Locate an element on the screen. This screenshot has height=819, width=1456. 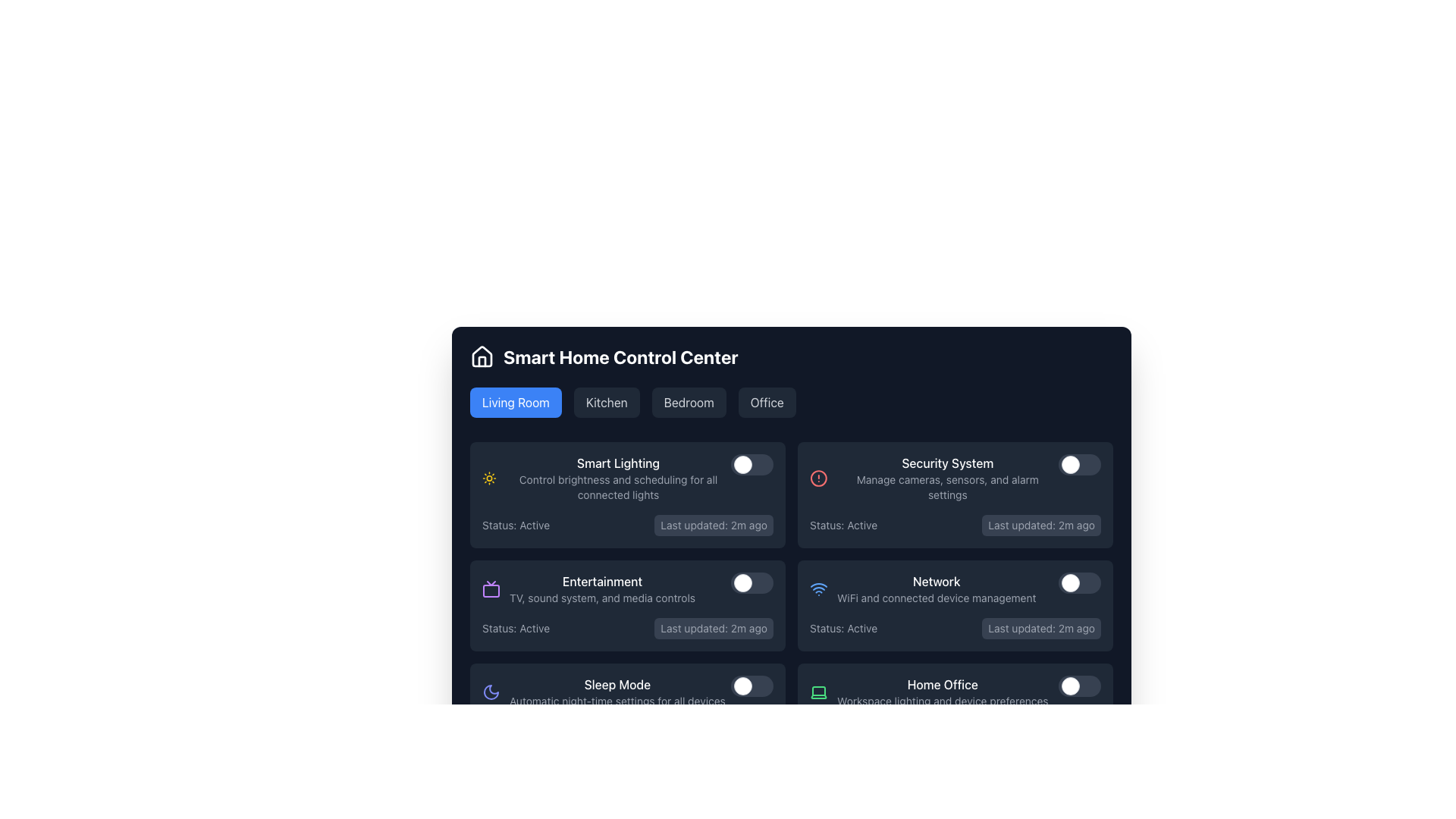
the house icon, which features white outlines against a dark background, located to the left of the 'Smart Home Control Center' title in the header section is located at coordinates (481, 356).